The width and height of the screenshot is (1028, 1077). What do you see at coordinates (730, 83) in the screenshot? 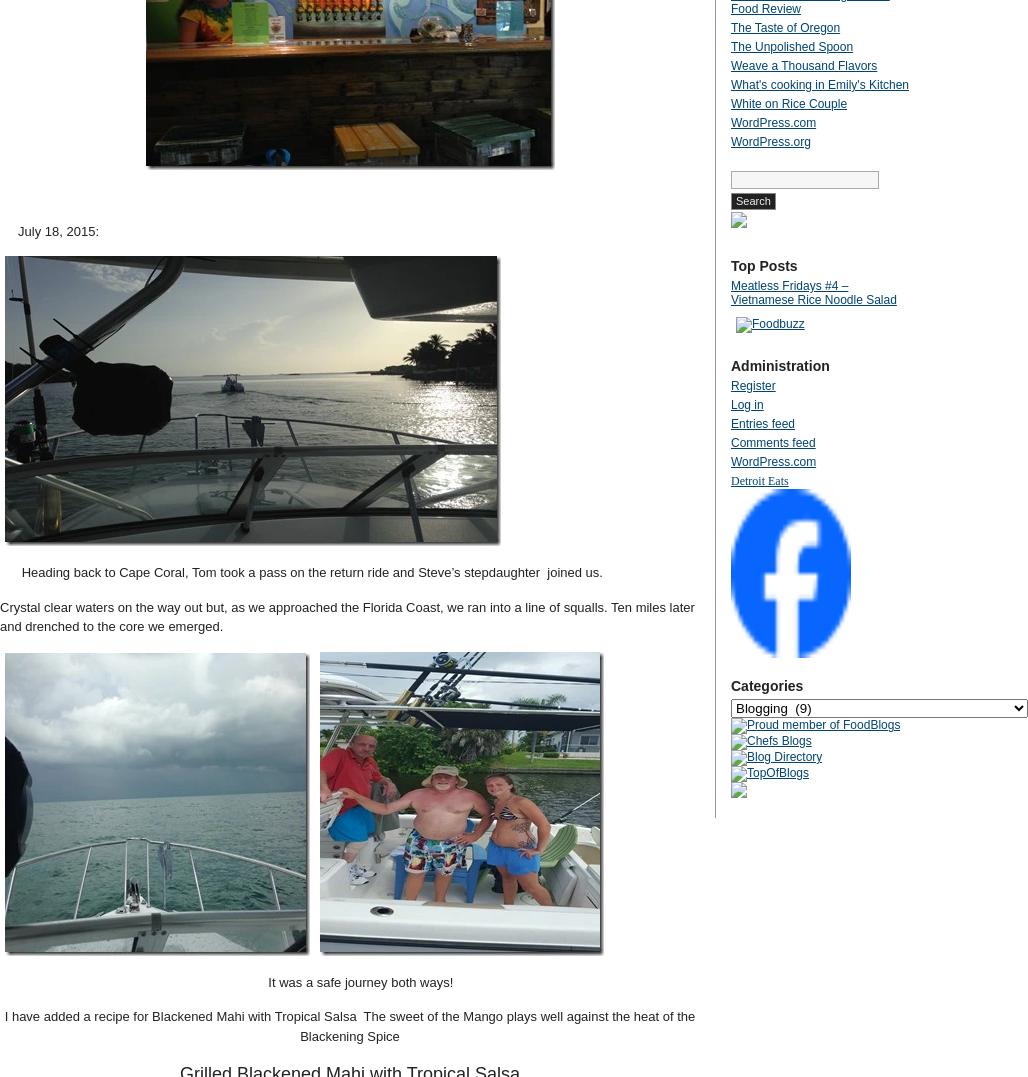
I see `'What's cooking in Emily's Kitchen'` at bounding box center [730, 83].